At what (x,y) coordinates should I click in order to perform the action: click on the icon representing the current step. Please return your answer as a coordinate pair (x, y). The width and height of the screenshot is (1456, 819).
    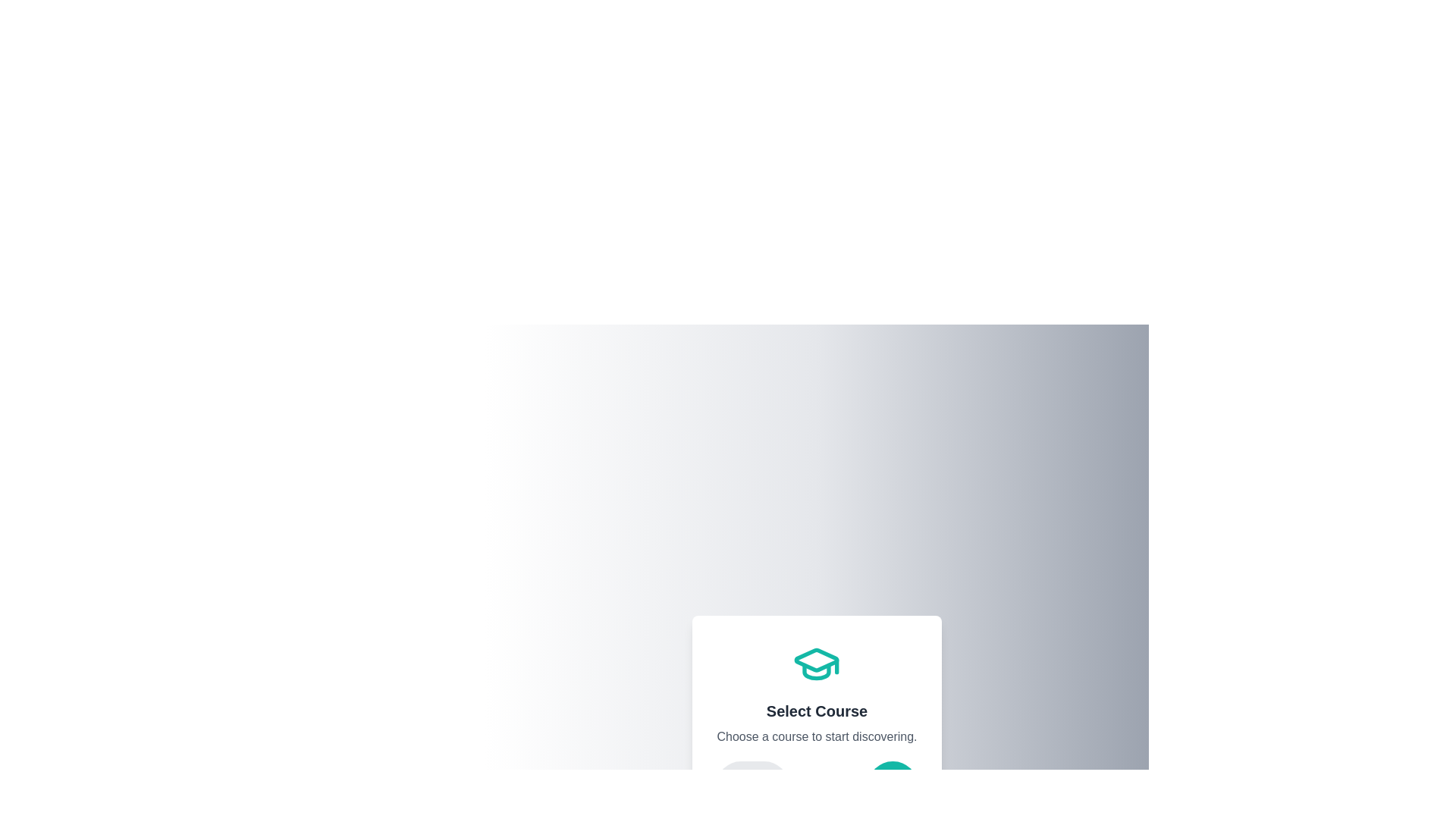
    Looking at the image, I should click on (816, 663).